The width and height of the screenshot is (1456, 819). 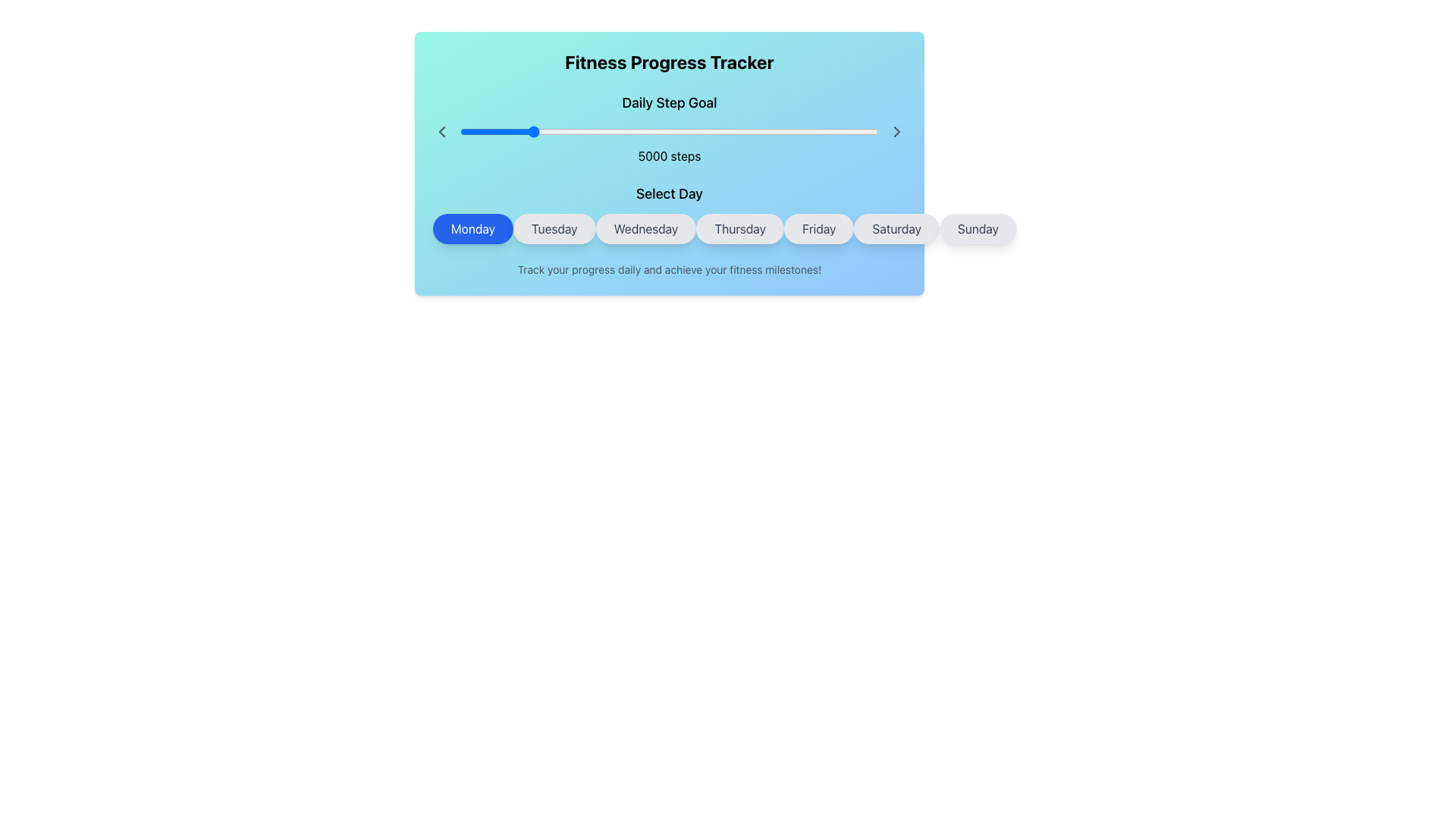 I want to click on the text element displaying '5000 steps', which is centered below the slider component in the 'Daily Step Goal' group, so click(x=669, y=155).